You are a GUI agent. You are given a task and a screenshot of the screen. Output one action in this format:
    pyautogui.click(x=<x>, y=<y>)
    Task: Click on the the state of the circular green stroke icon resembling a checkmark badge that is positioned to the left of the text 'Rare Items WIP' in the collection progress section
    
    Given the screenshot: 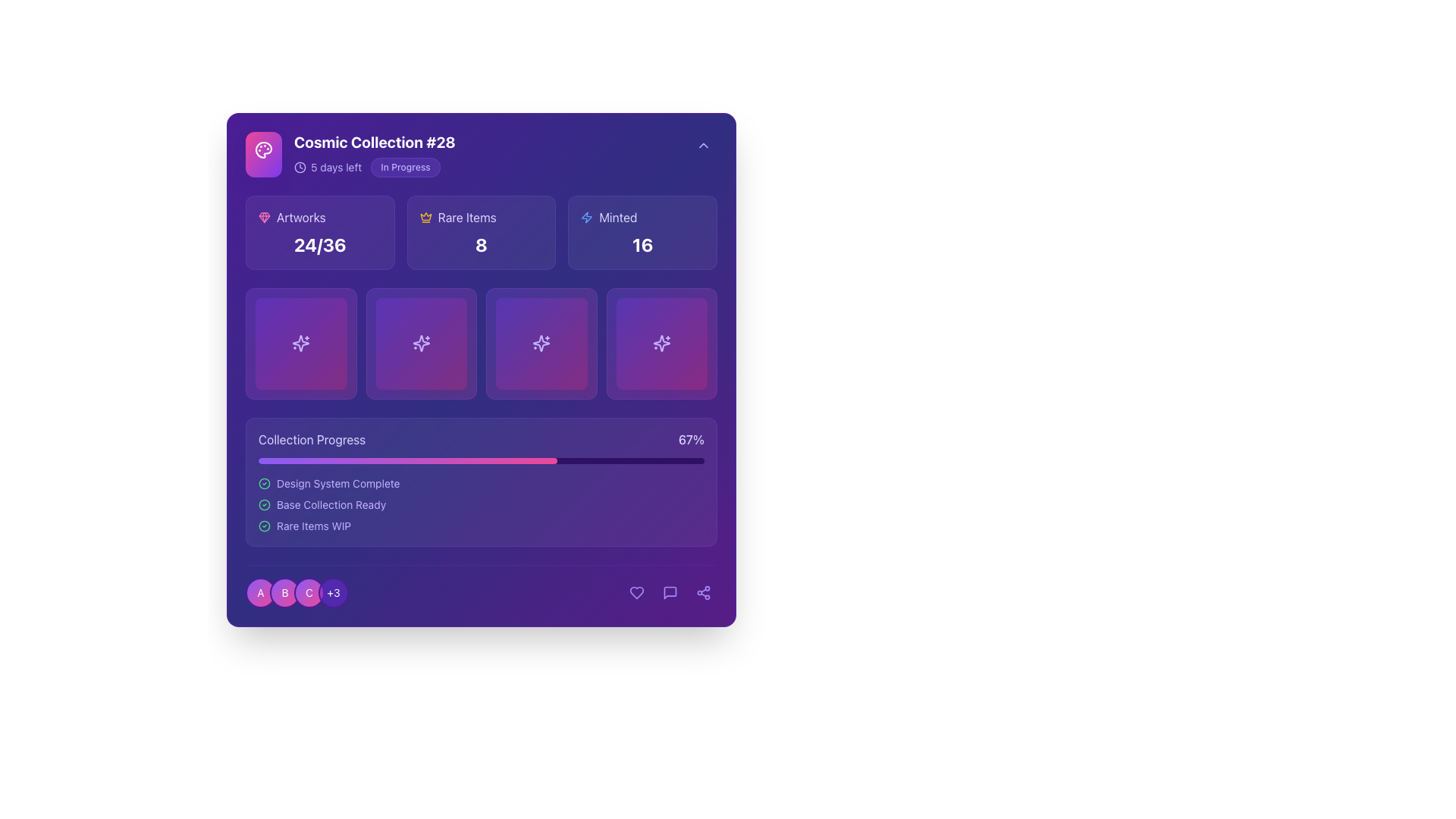 What is the action you would take?
    pyautogui.click(x=265, y=525)
    